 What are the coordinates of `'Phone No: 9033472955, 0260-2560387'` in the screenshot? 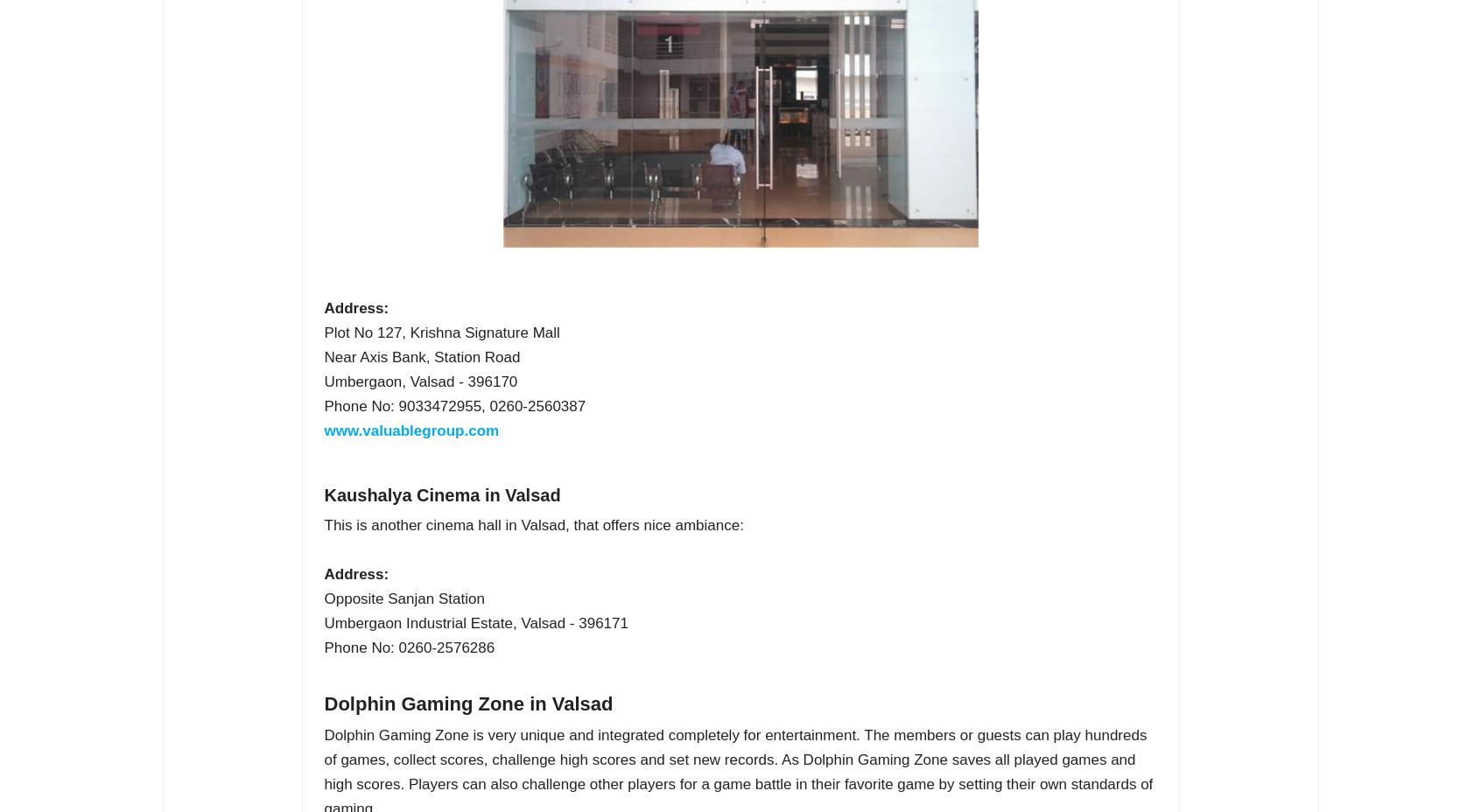 It's located at (454, 406).